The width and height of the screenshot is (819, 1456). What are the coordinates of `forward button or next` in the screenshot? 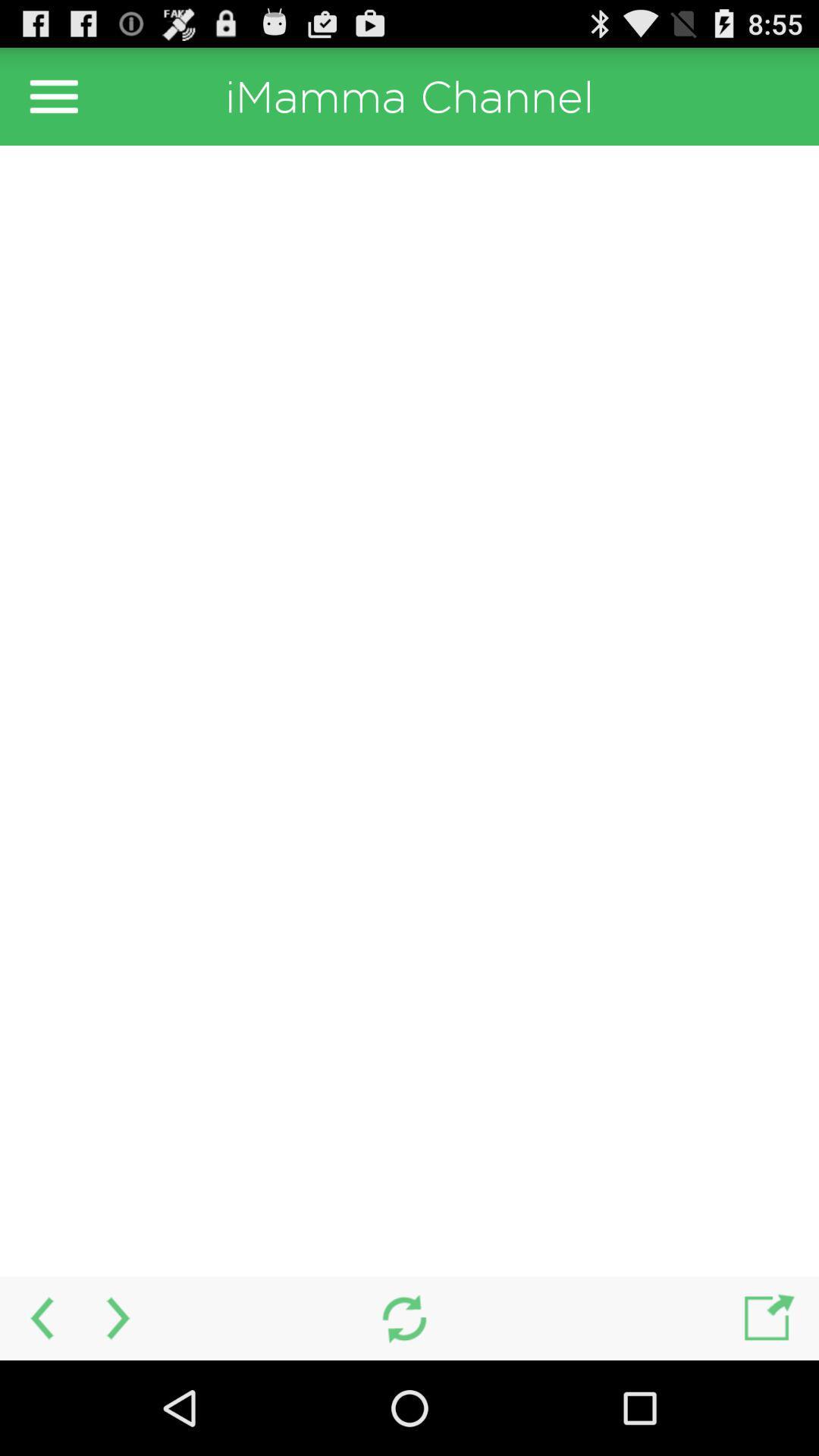 It's located at (119, 1317).